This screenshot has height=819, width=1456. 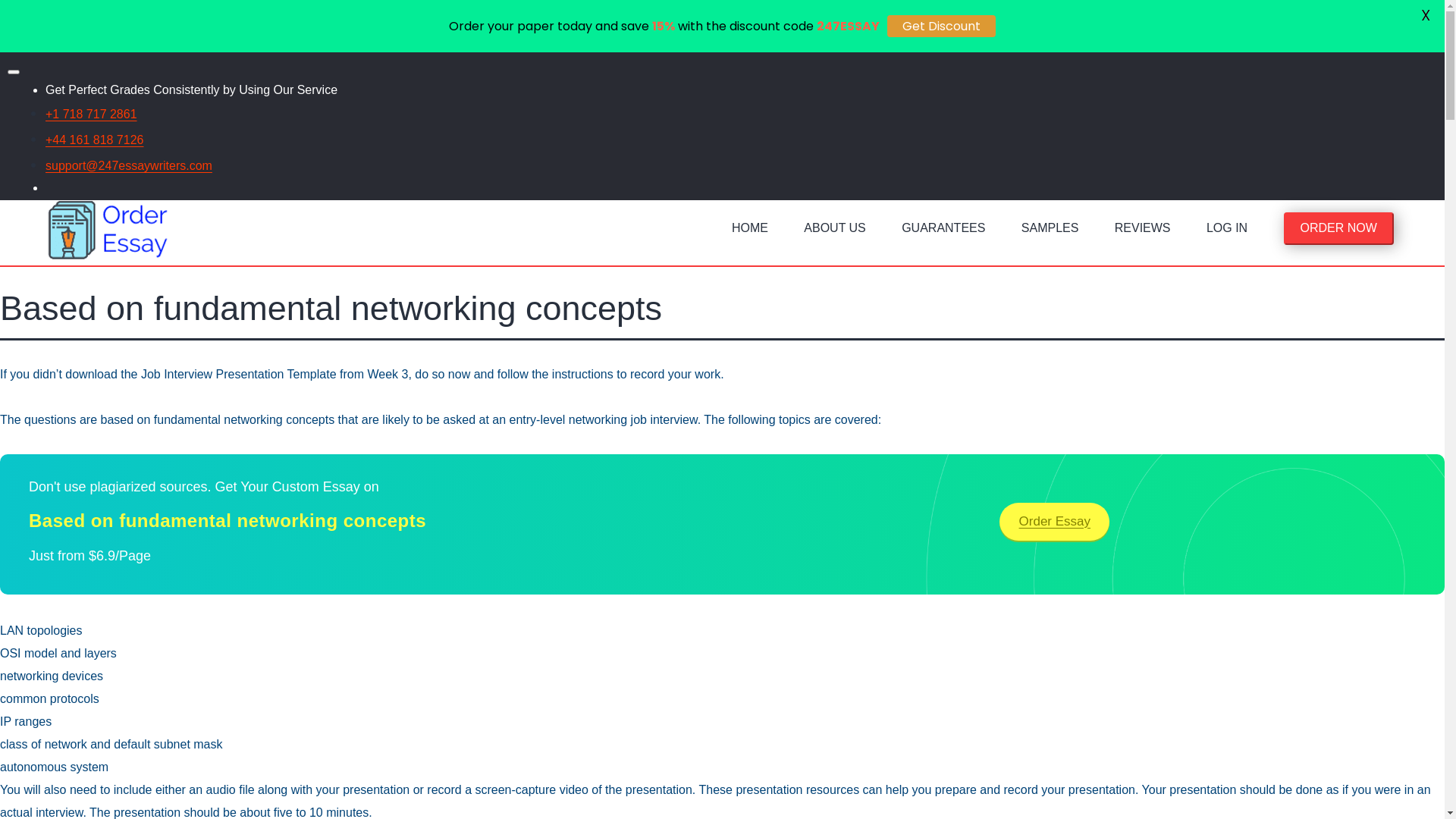 I want to click on 'support@247essaywriters.com', so click(x=128, y=165).